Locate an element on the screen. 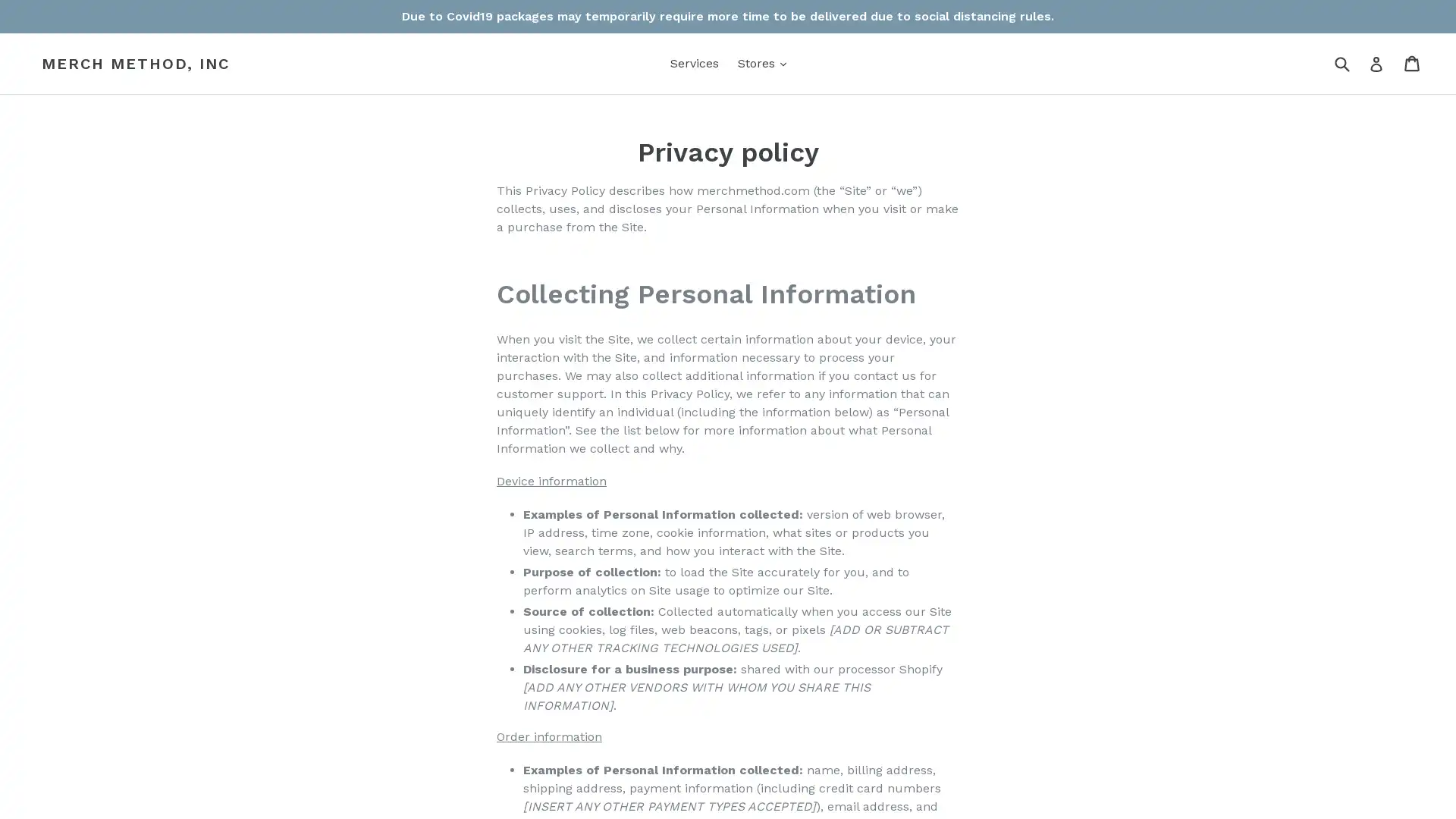  Submit is located at coordinates (1341, 62).